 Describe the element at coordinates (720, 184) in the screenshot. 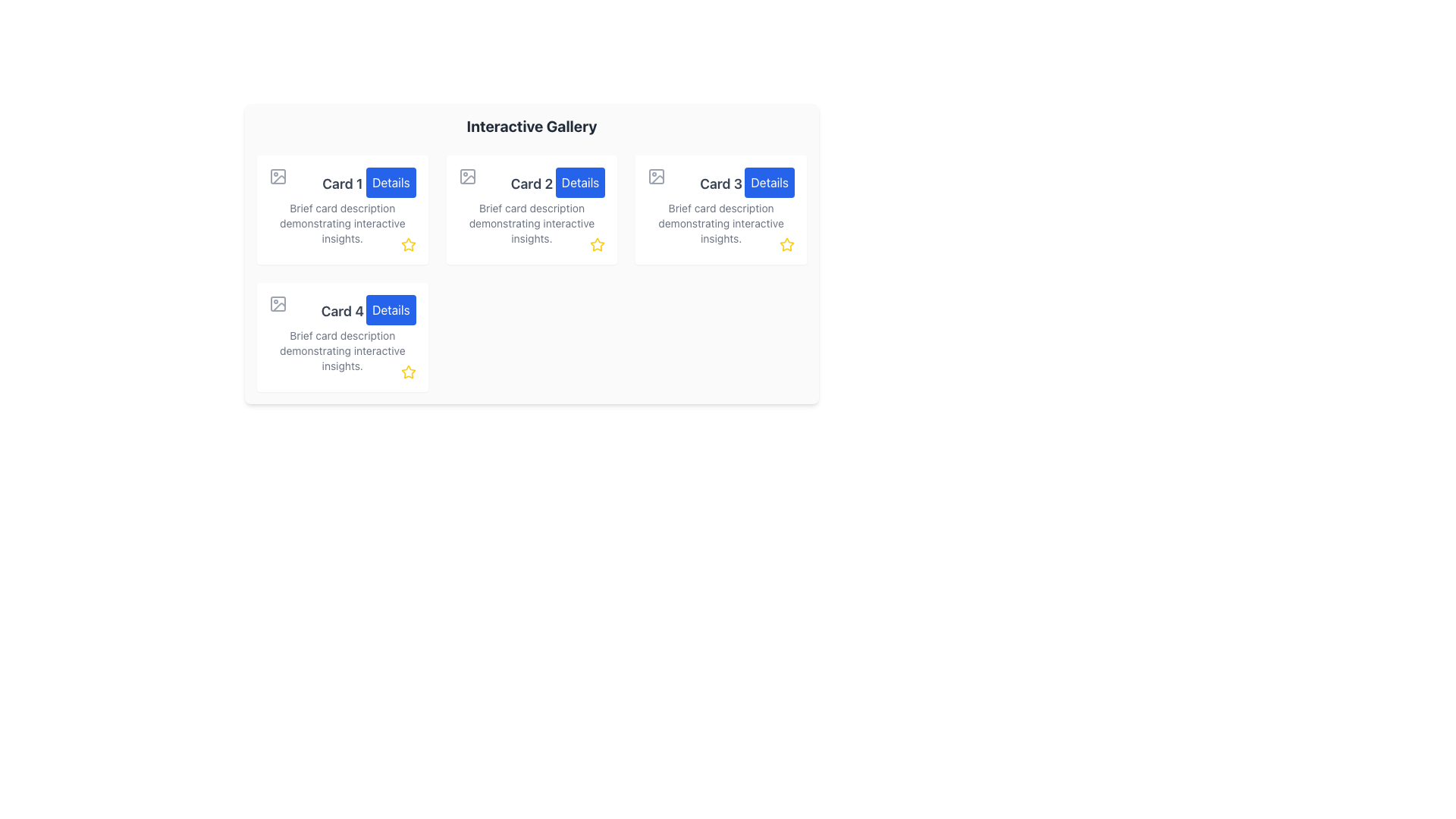

I see `the main title text component located at the top-center of the third card in the card group, which serves as the identifier for the card's content` at that location.